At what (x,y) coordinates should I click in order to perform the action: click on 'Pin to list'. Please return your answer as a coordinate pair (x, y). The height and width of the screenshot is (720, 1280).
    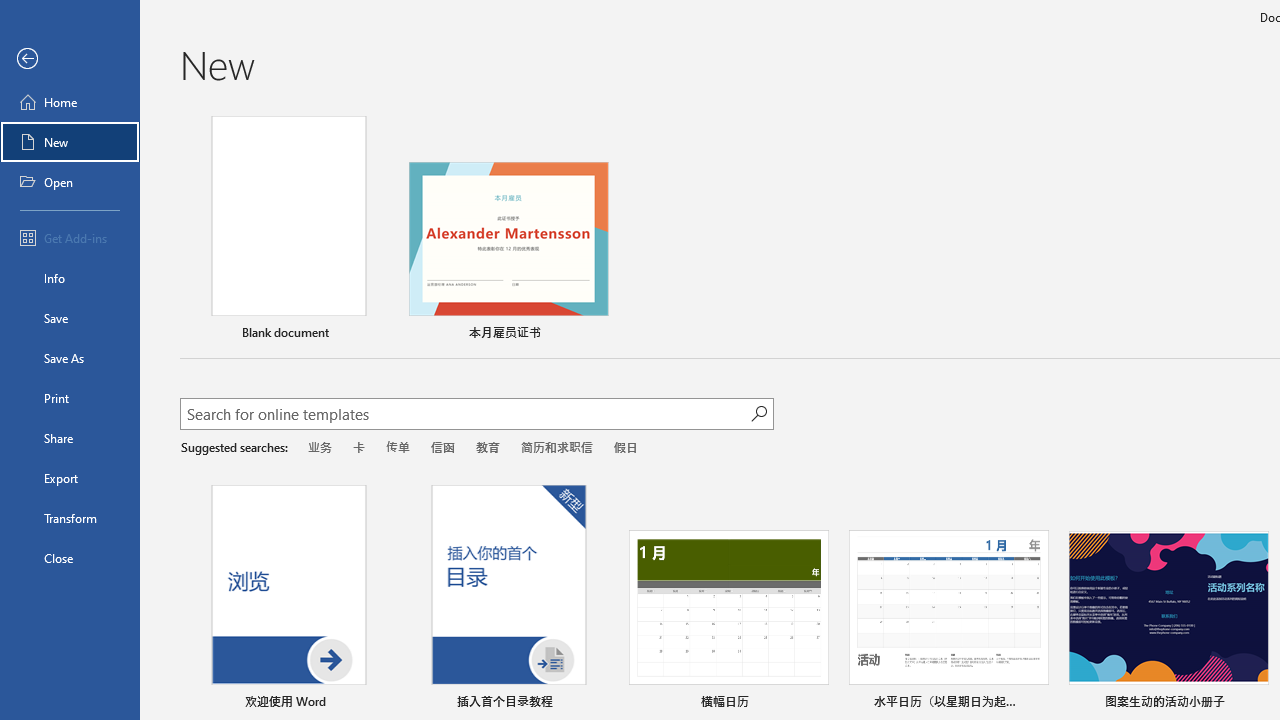
    Looking at the image, I should click on (1254, 702).